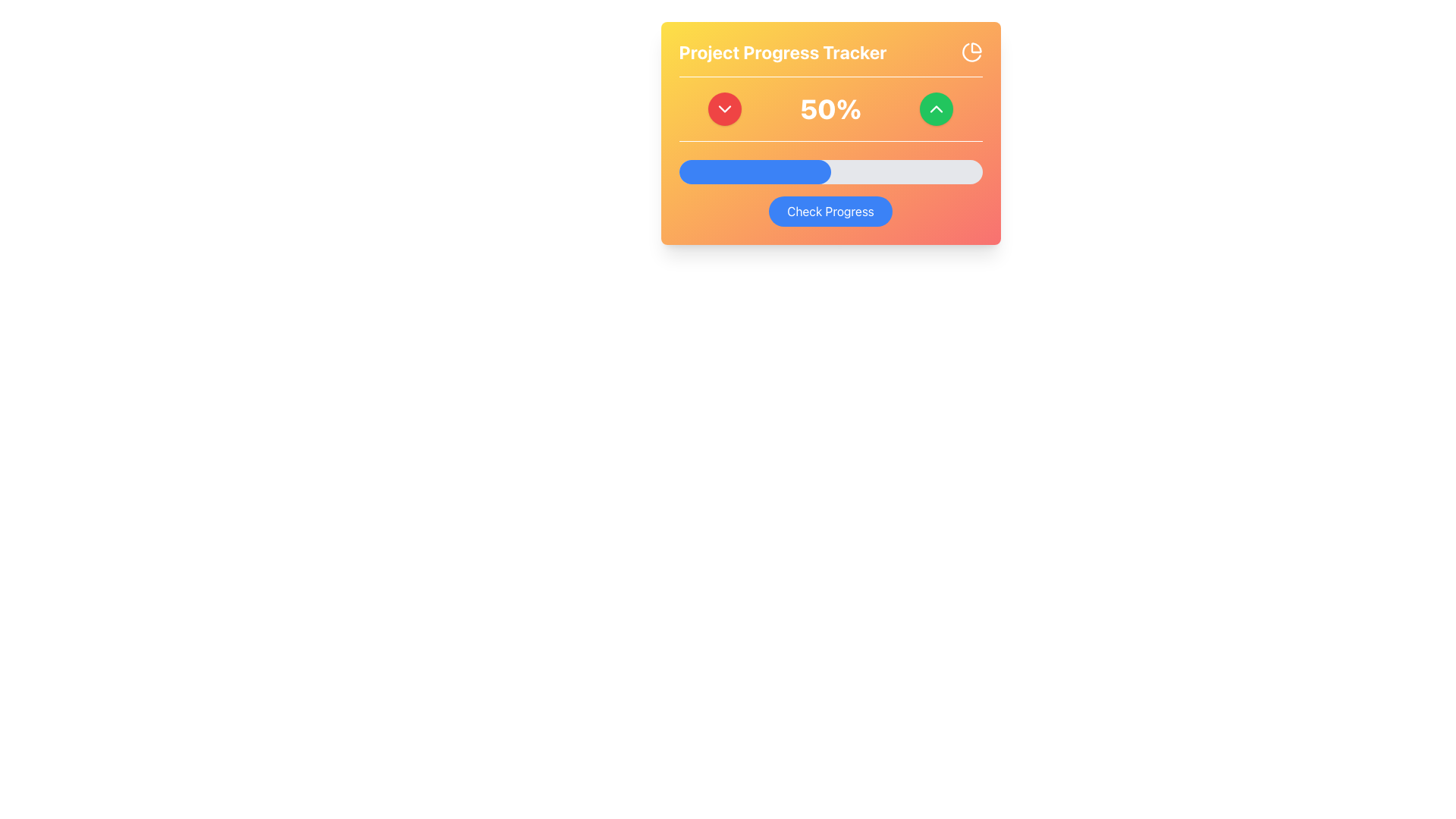  I want to click on the circular green button with a white upward chevron icon, located to the right of the '50%' text, so click(936, 108).